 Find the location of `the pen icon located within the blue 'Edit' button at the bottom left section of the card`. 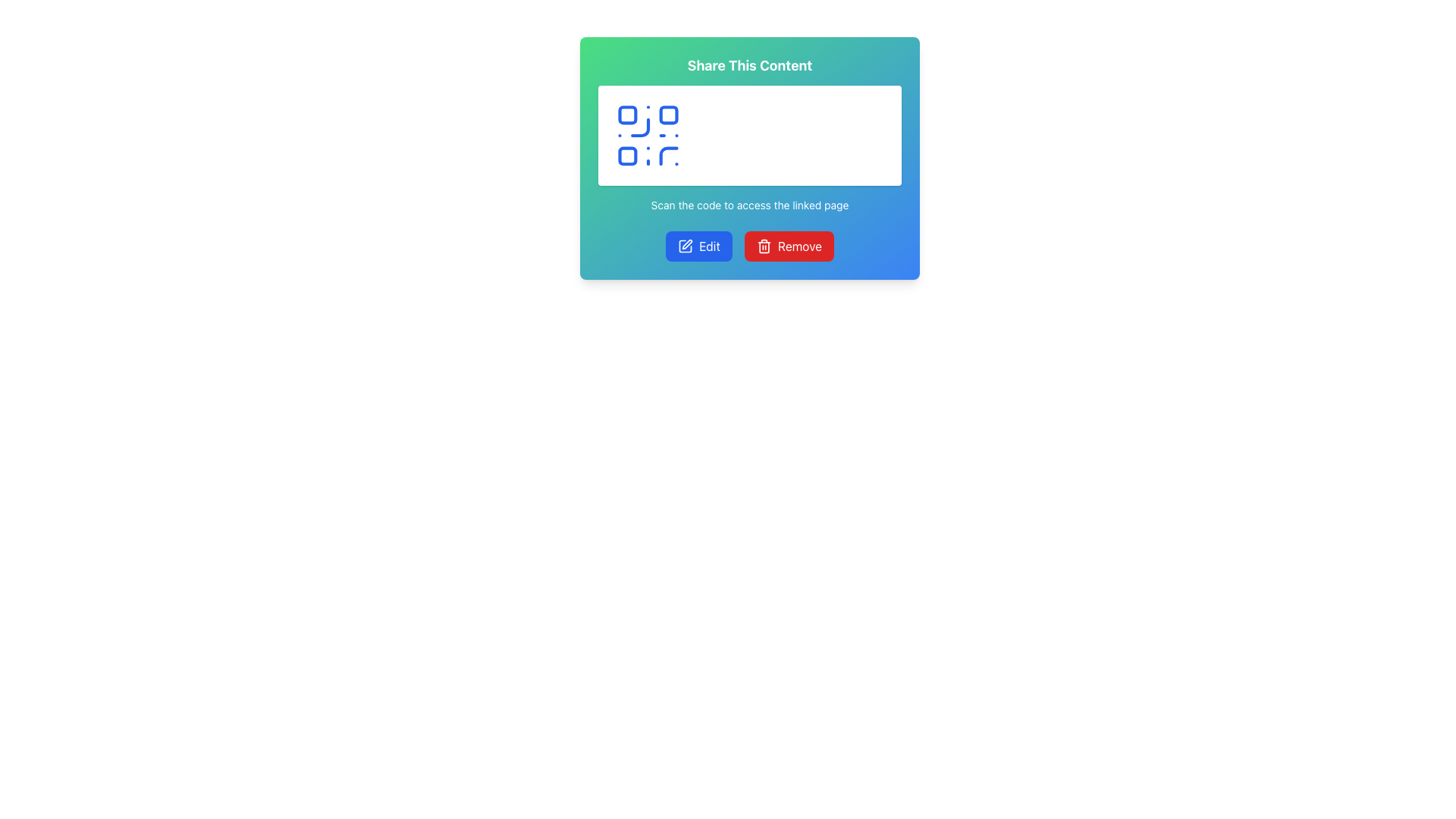

the pen icon located within the blue 'Edit' button at the bottom left section of the card is located at coordinates (684, 245).